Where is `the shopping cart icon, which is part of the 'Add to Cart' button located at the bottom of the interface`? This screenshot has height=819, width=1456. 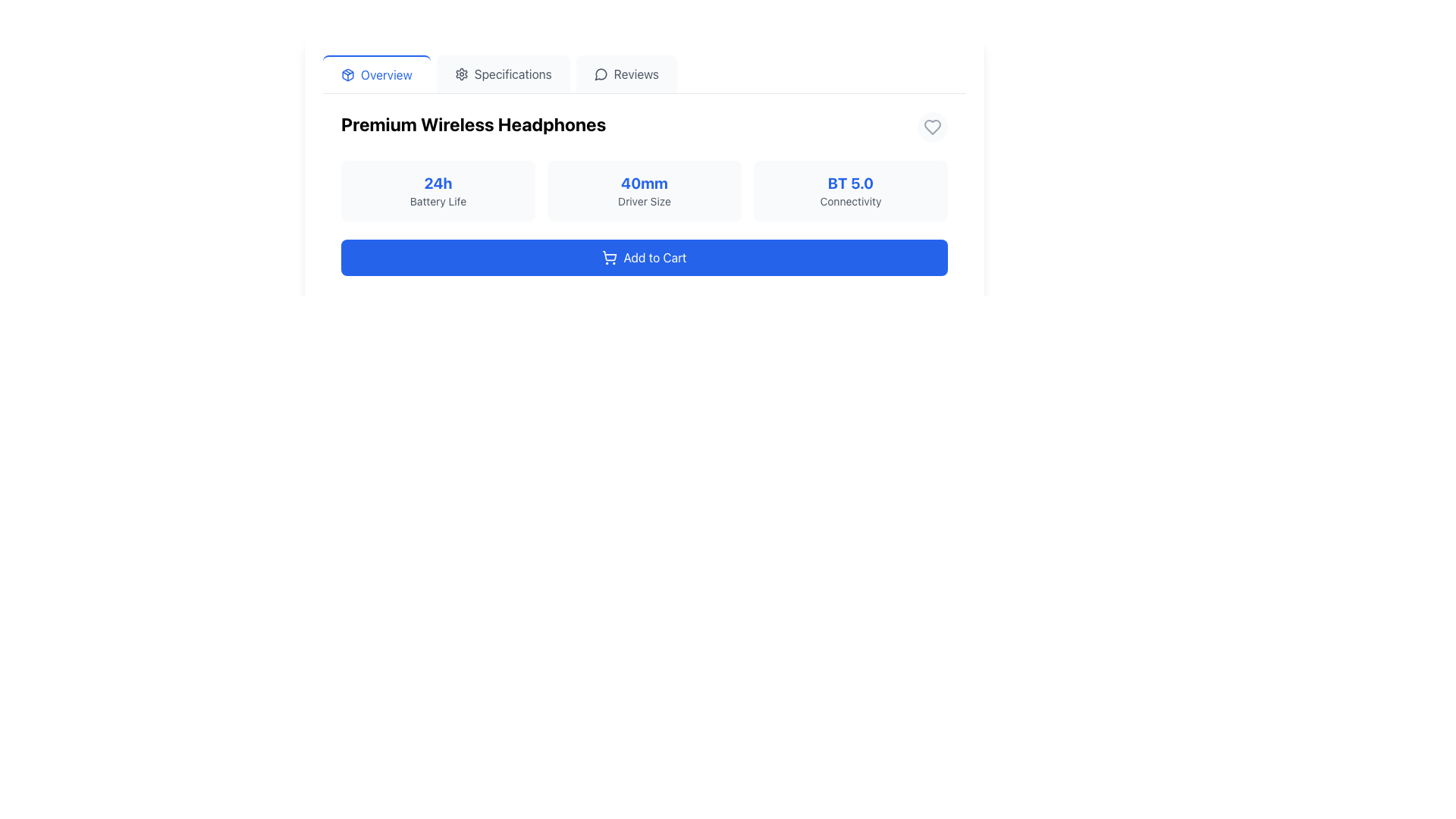 the shopping cart icon, which is part of the 'Add to Cart' button located at the bottom of the interface is located at coordinates (610, 255).